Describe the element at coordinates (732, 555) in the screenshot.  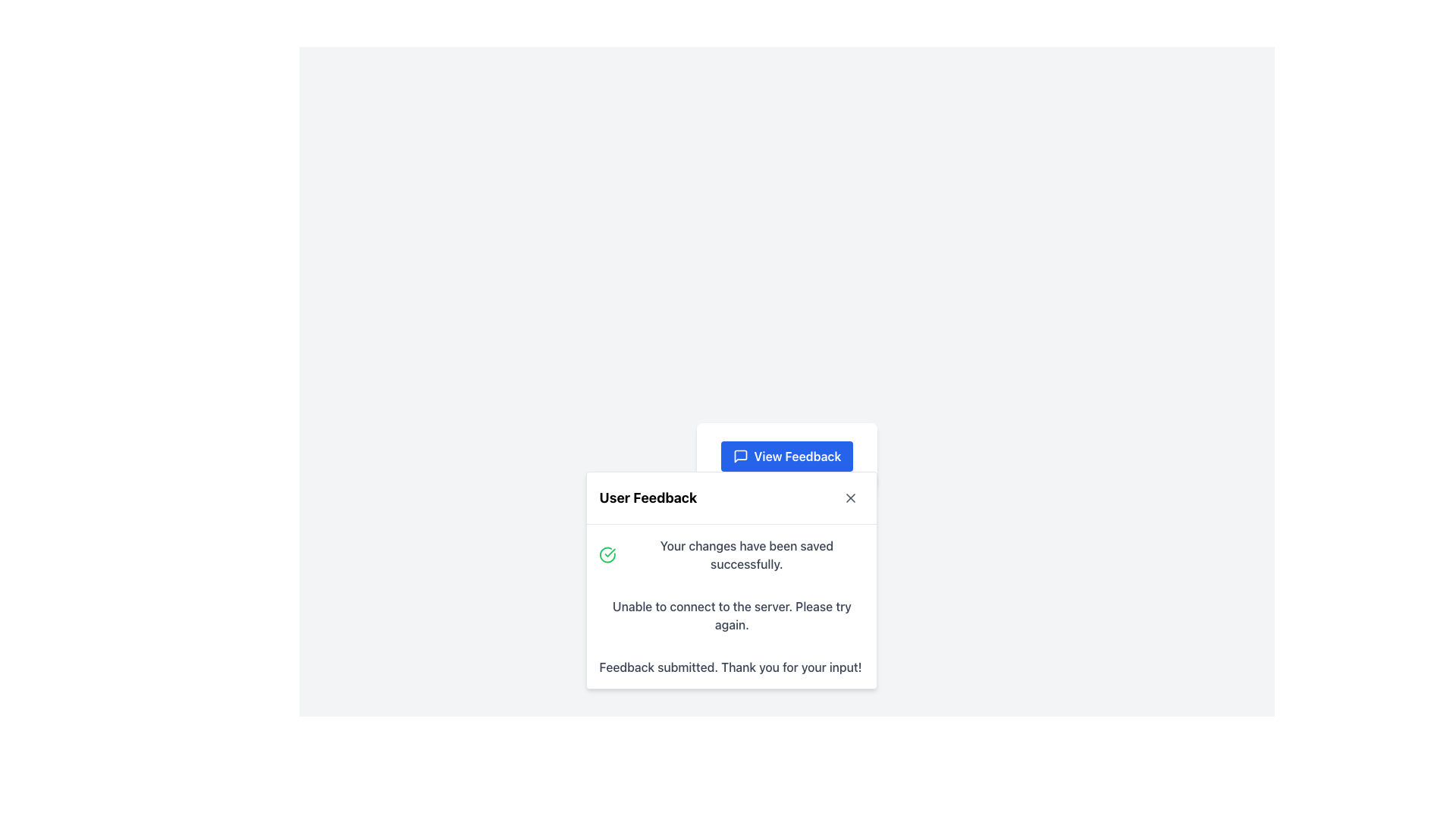
I see `notification message that indicates 'Your changes have been saved successfully.' in the modal titled 'User Feedback'` at that location.